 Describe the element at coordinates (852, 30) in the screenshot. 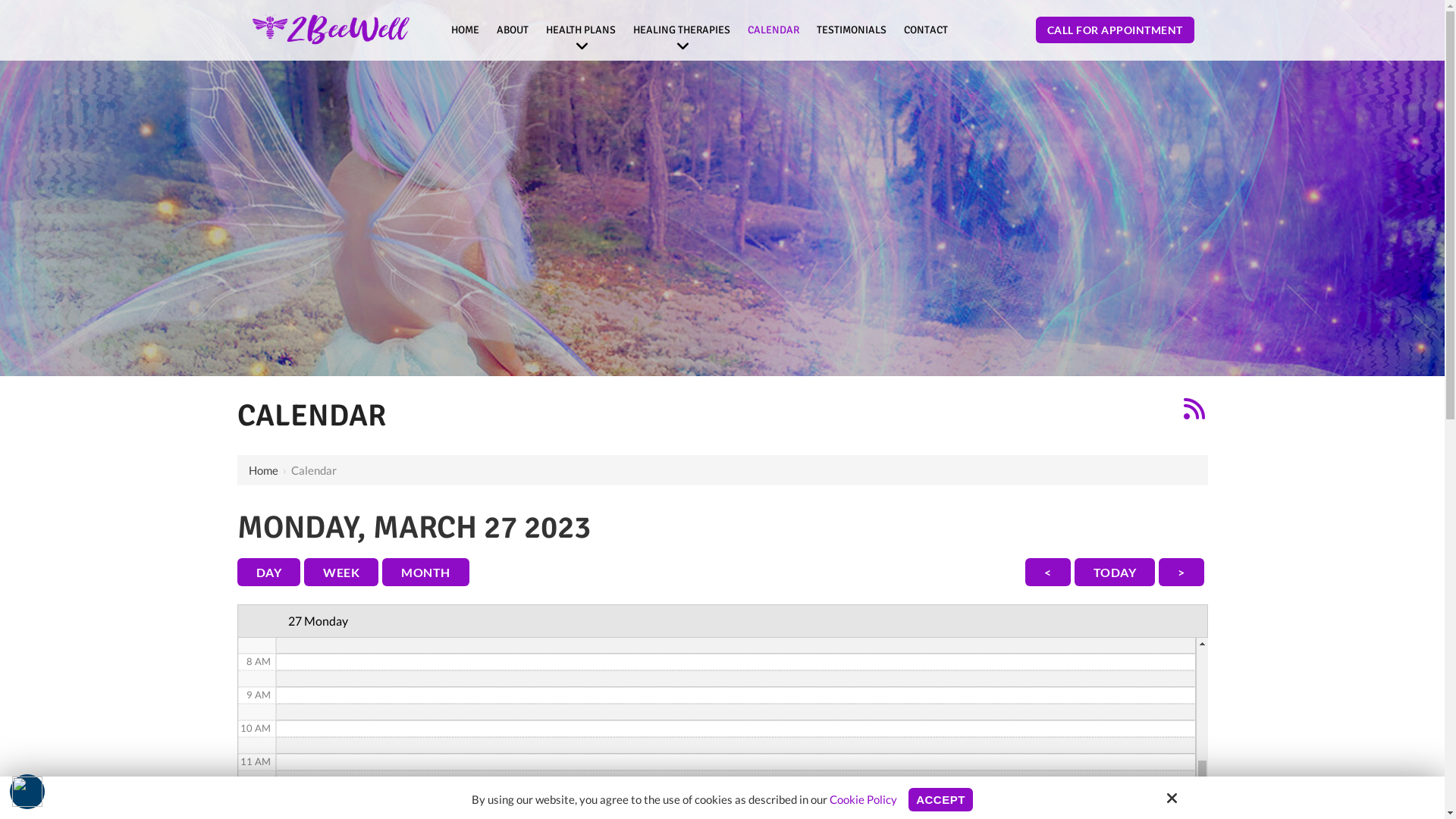

I see `'TESTIMONIALS'` at that location.